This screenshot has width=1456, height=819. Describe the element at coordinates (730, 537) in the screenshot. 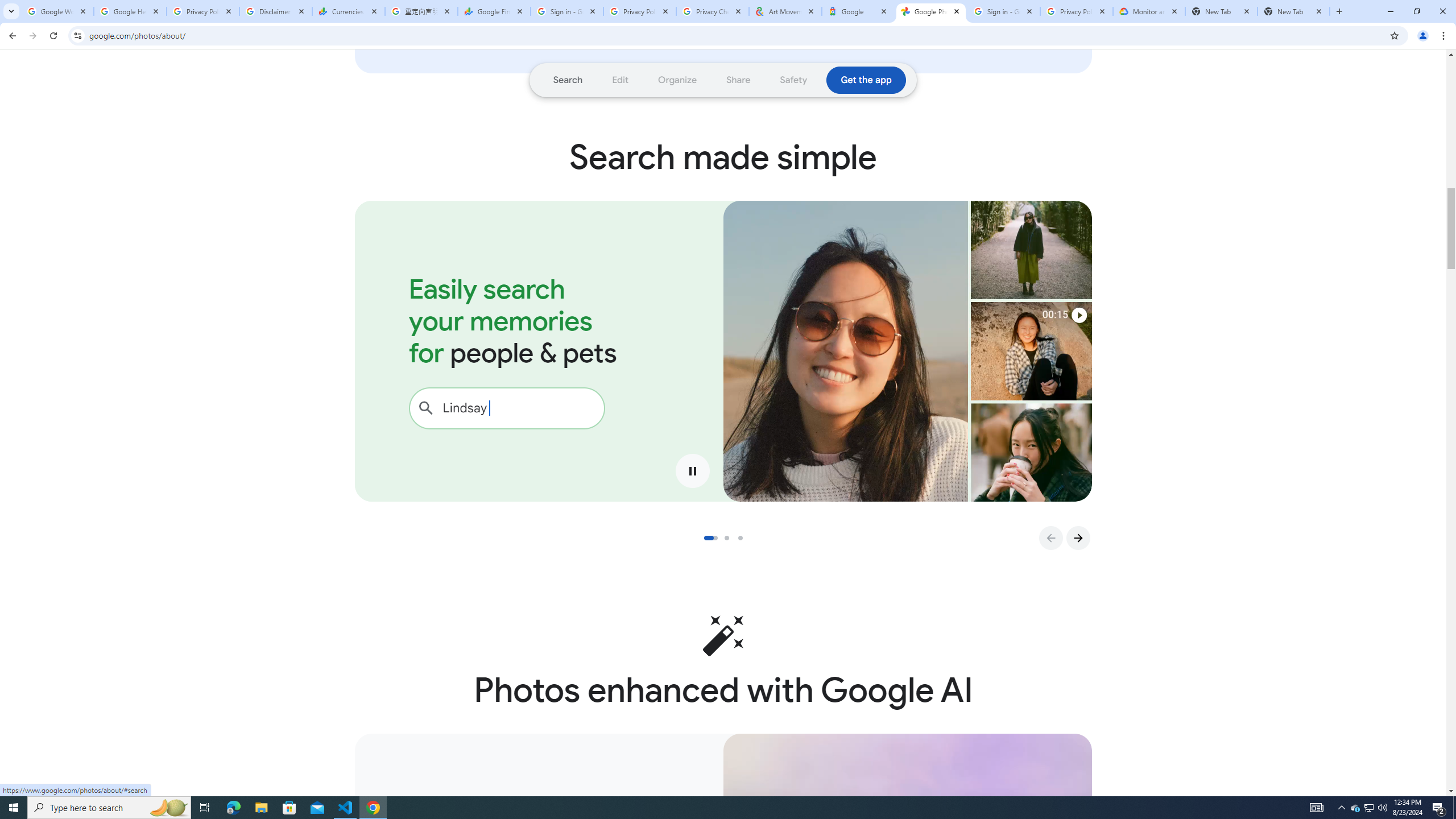

I see `'Go to slide 2'` at that location.